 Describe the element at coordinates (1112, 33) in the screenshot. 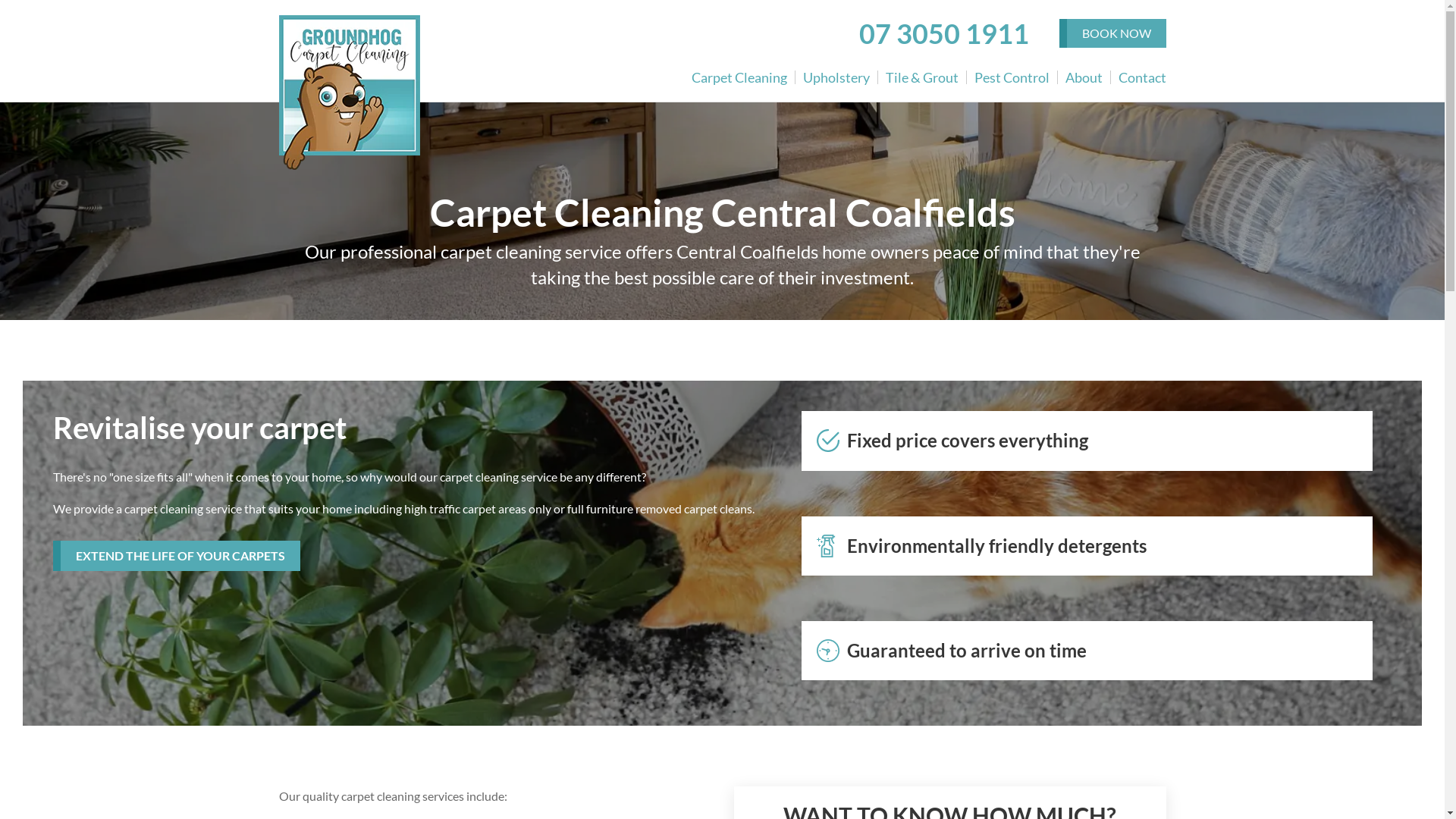

I see `'BOOK NOW'` at that location.